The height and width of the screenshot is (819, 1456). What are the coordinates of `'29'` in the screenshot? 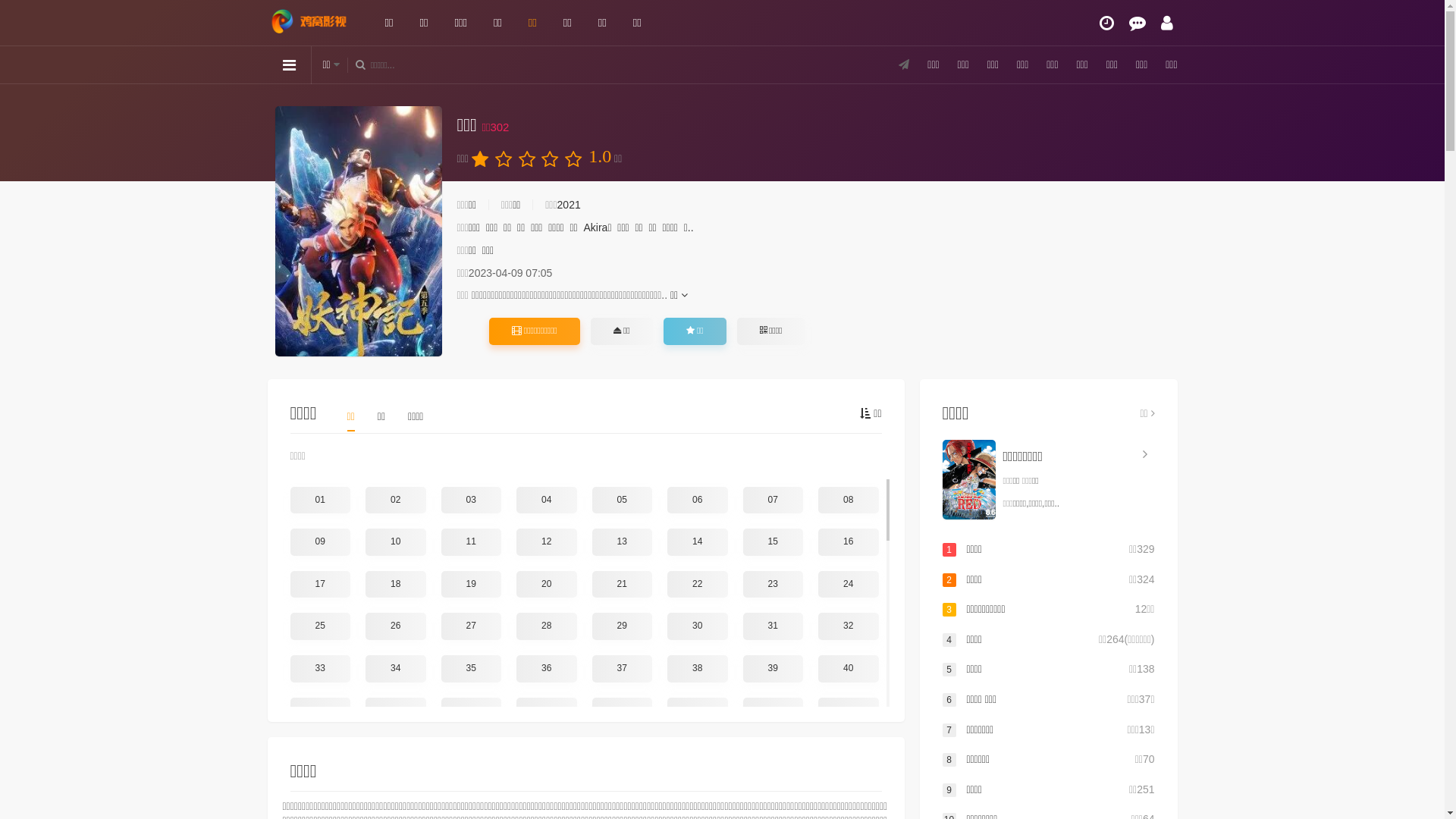 It's located at (622, 626).